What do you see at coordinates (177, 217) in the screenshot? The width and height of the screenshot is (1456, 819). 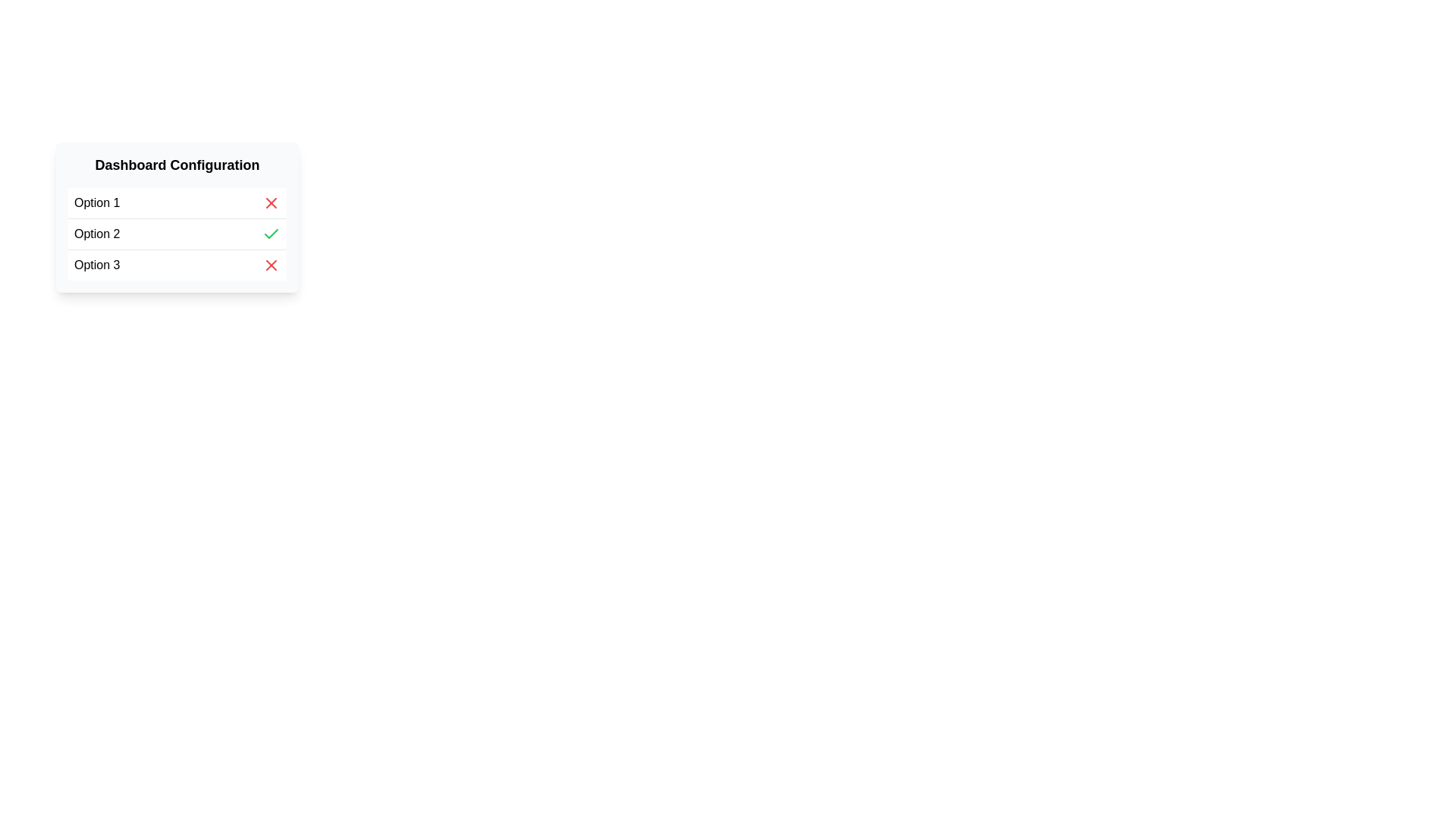 I see `the selectable menu item labeled 'Option 2'` at bounding box center [177, 217].